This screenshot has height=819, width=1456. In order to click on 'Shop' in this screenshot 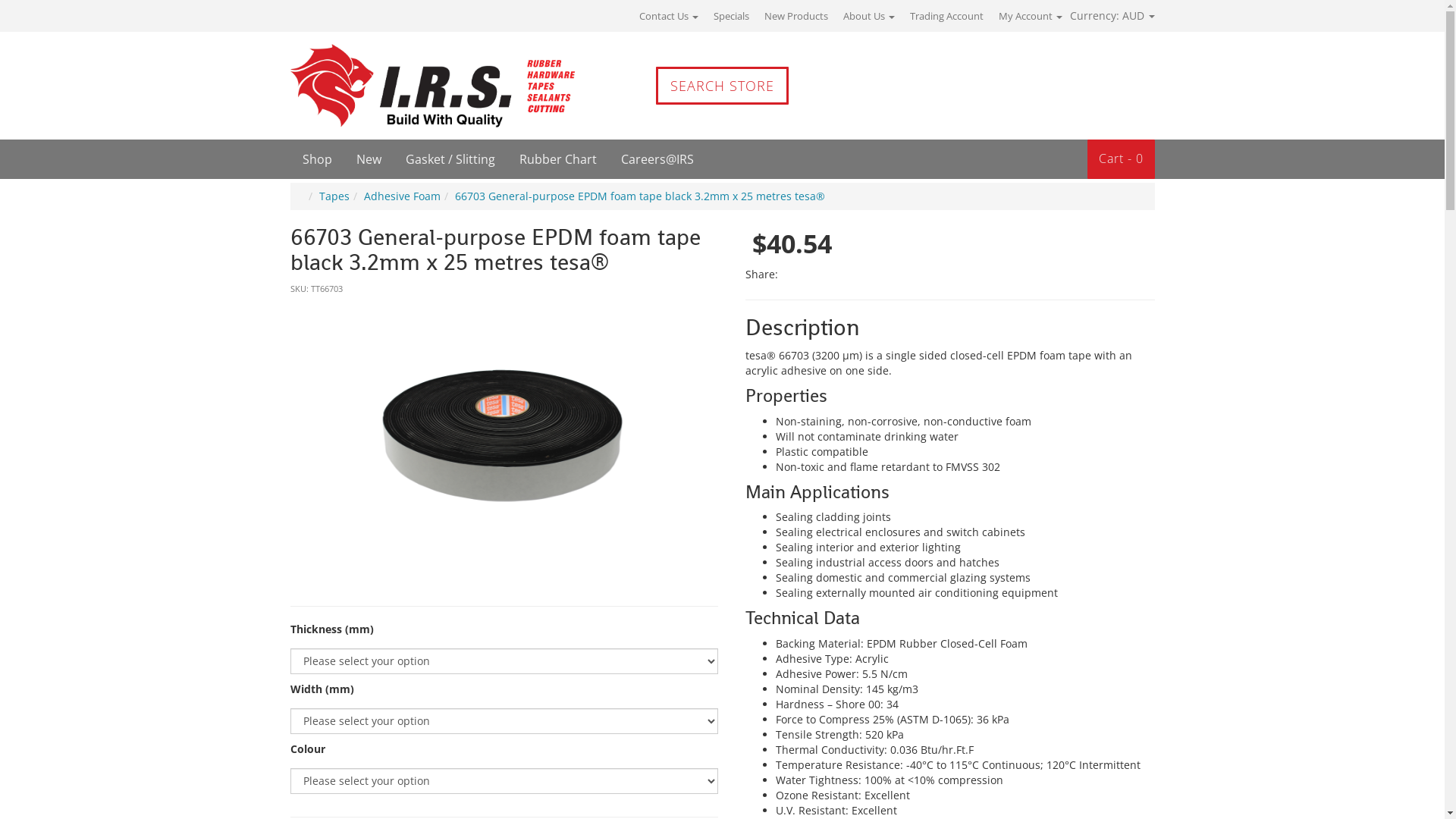, I will do `click(315, 158)`.